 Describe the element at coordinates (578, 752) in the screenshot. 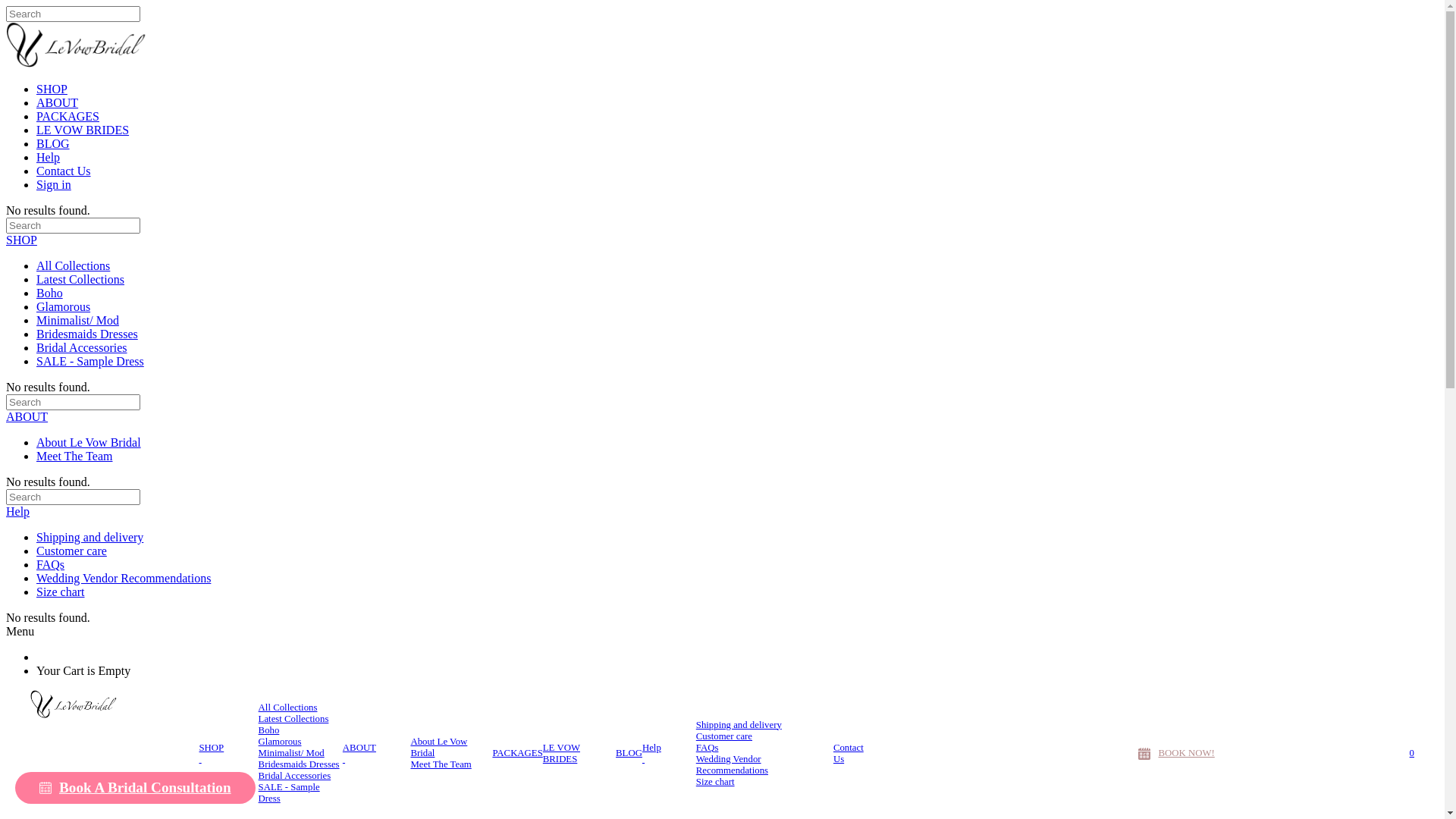

I see `'LE VOW BRIDES'` at that location.